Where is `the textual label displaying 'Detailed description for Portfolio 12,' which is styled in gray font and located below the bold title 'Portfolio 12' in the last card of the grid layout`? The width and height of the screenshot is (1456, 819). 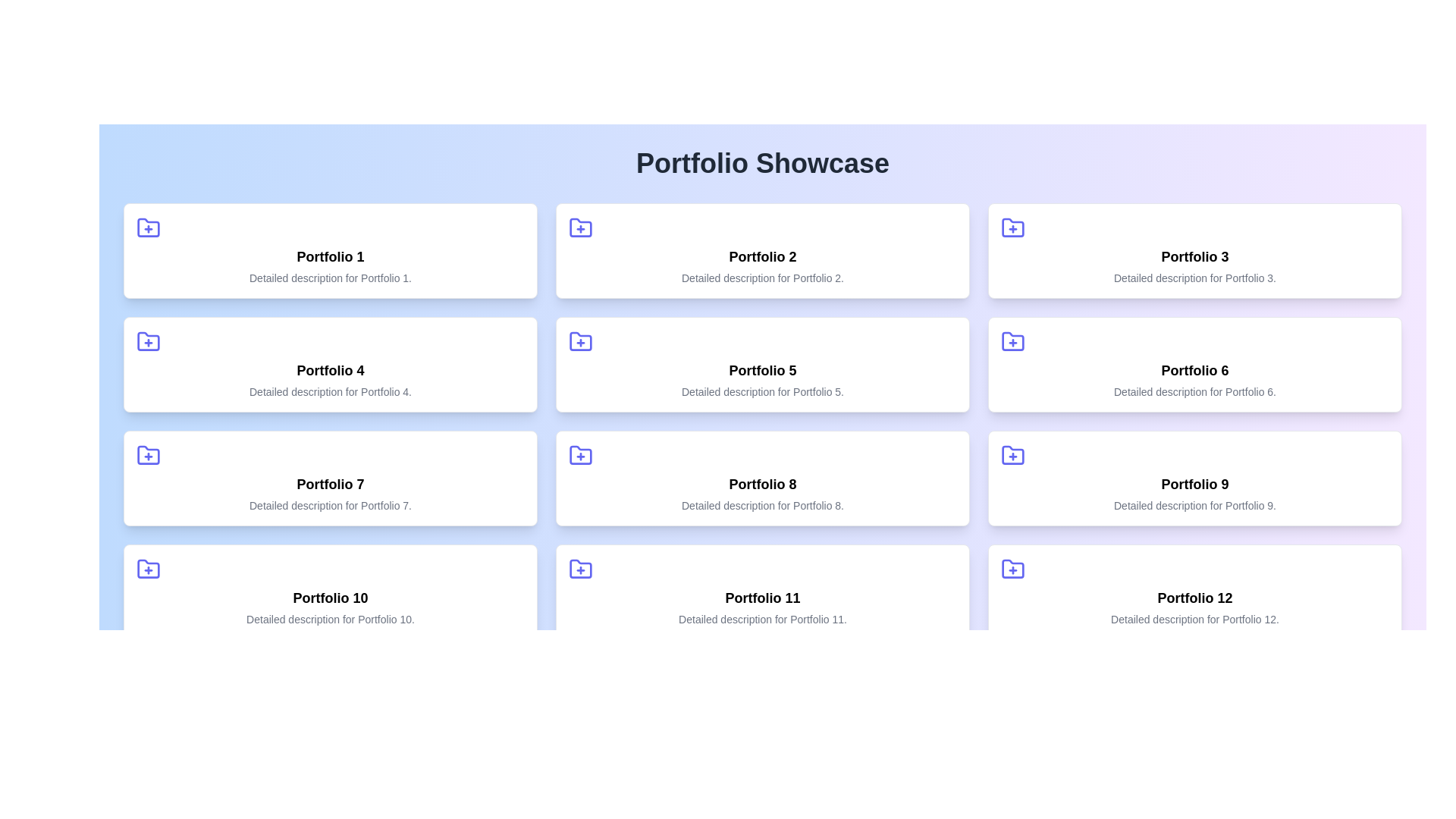
the textual label displaying 'Detailed description for Portfolio 12,' which is styled in gray font and located below the bold title 'Portfolio 12' in the last card of the grid layout is located at coordinates (1194, 620).